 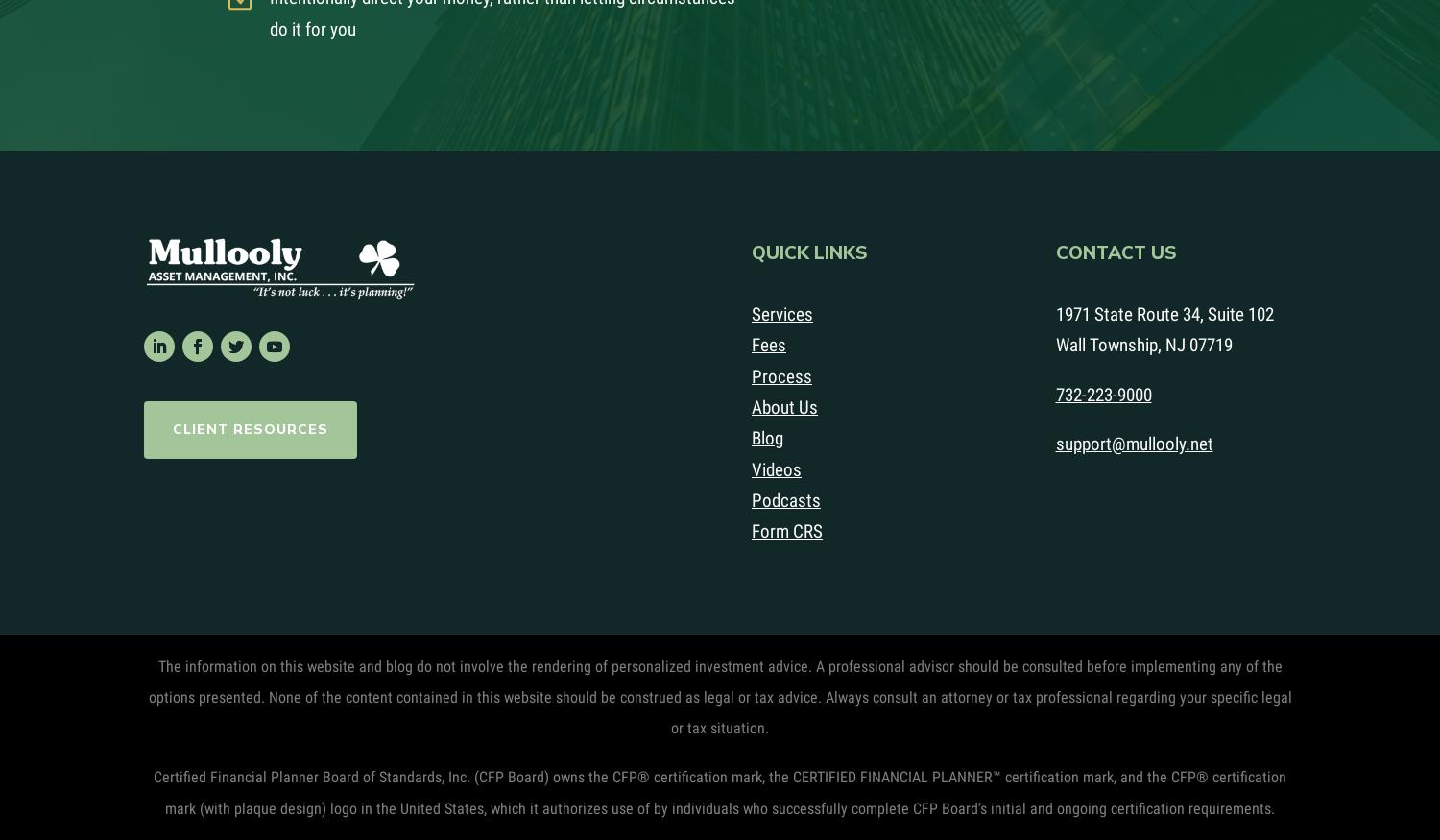 I want to click on 'The information on this website and blog do not involve the rendering of personalized investment advice. A professional advisor should be consulted before implementing any of the options presented. None of the content contained in this website should be construed as legal or tax advice. Always consult an attorney or tax professional regarding your specific legal or tax situation.', so click(x=718, y=696).